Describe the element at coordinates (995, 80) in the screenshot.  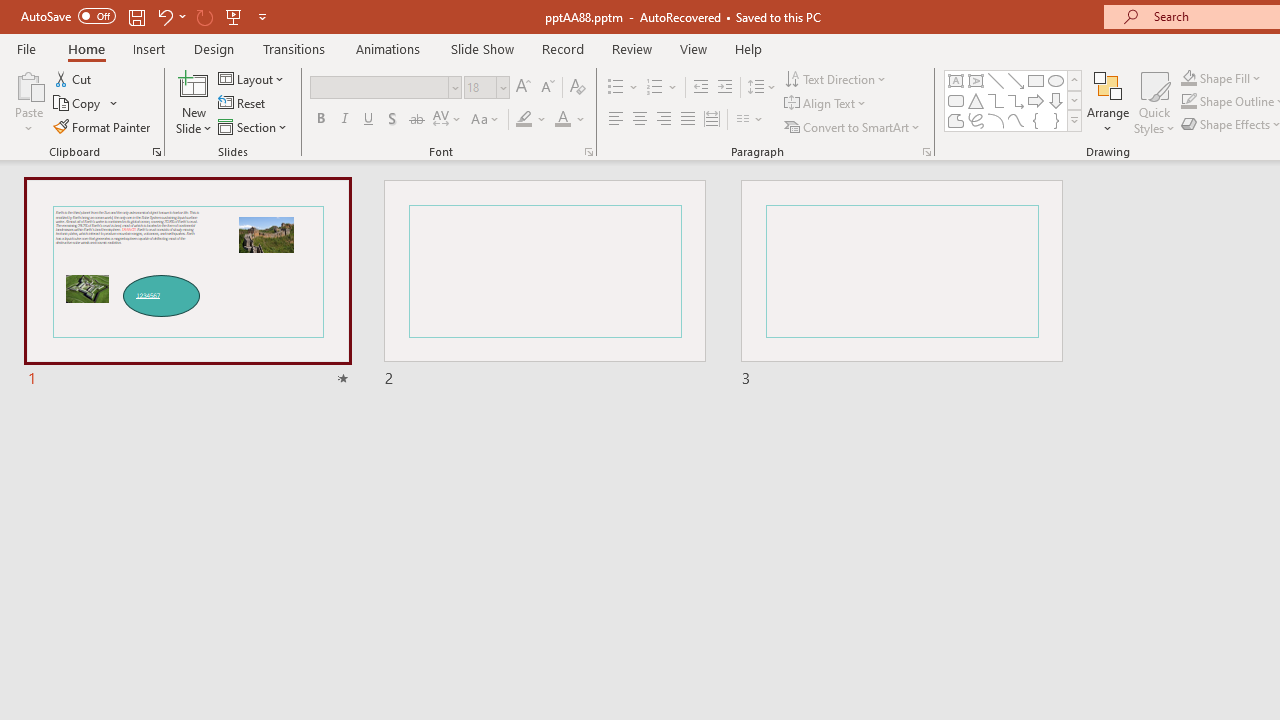
I see `'Line'` at that location.